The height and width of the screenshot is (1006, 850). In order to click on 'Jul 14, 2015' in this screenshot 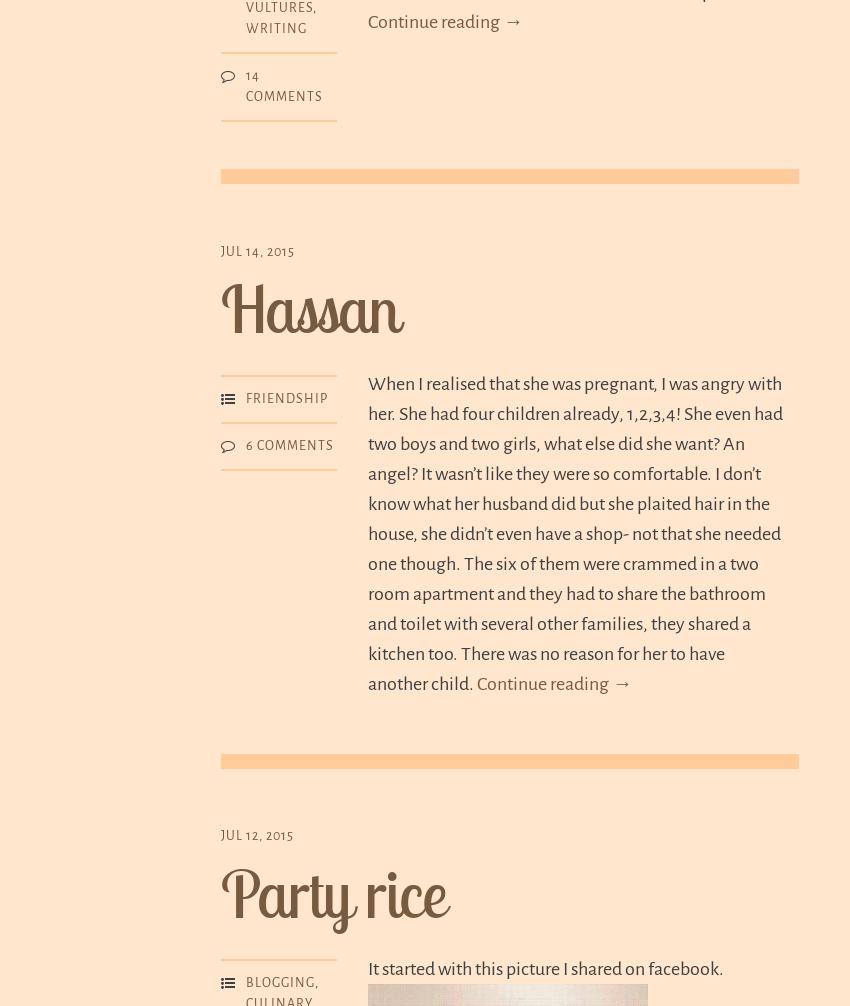, I will do `click(256, 250)`.